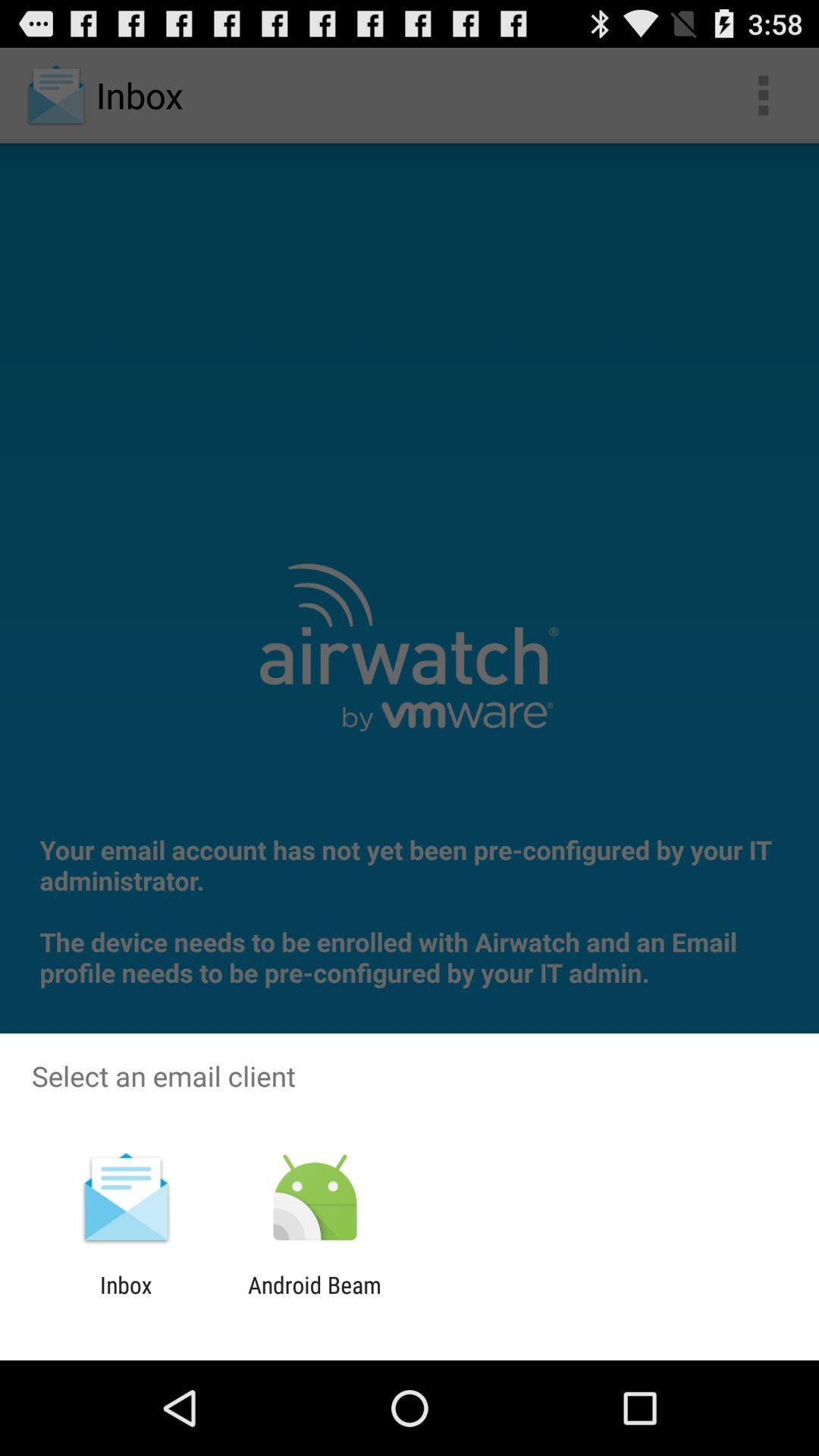  What do you see at coordinates (125, 1298) in the screenshot?
I see `icon to the left of the android beam item` at bounding box center [125, 1298].